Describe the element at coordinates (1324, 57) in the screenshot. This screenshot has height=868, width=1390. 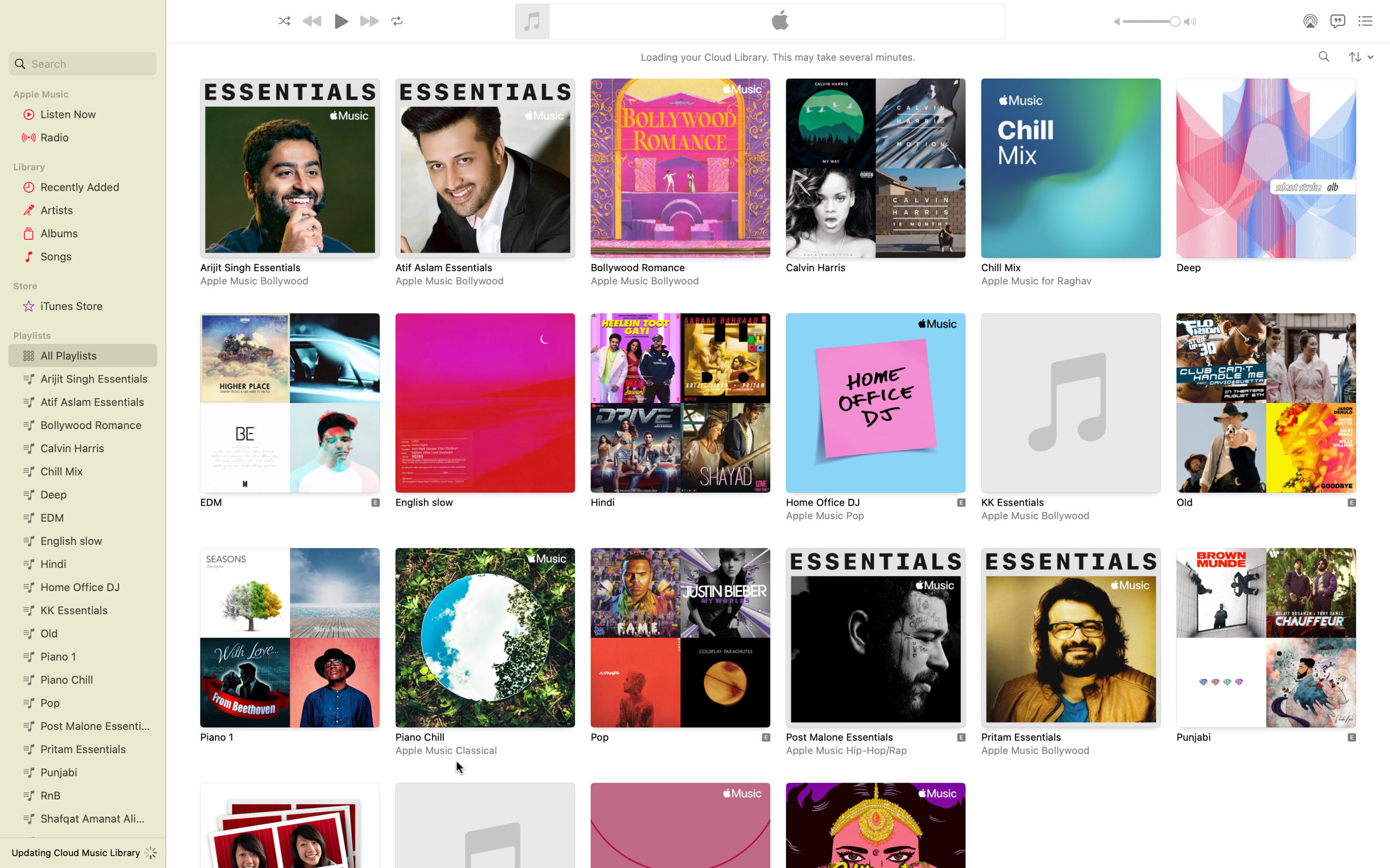
I see `Look up the musician "Adele` at that location.